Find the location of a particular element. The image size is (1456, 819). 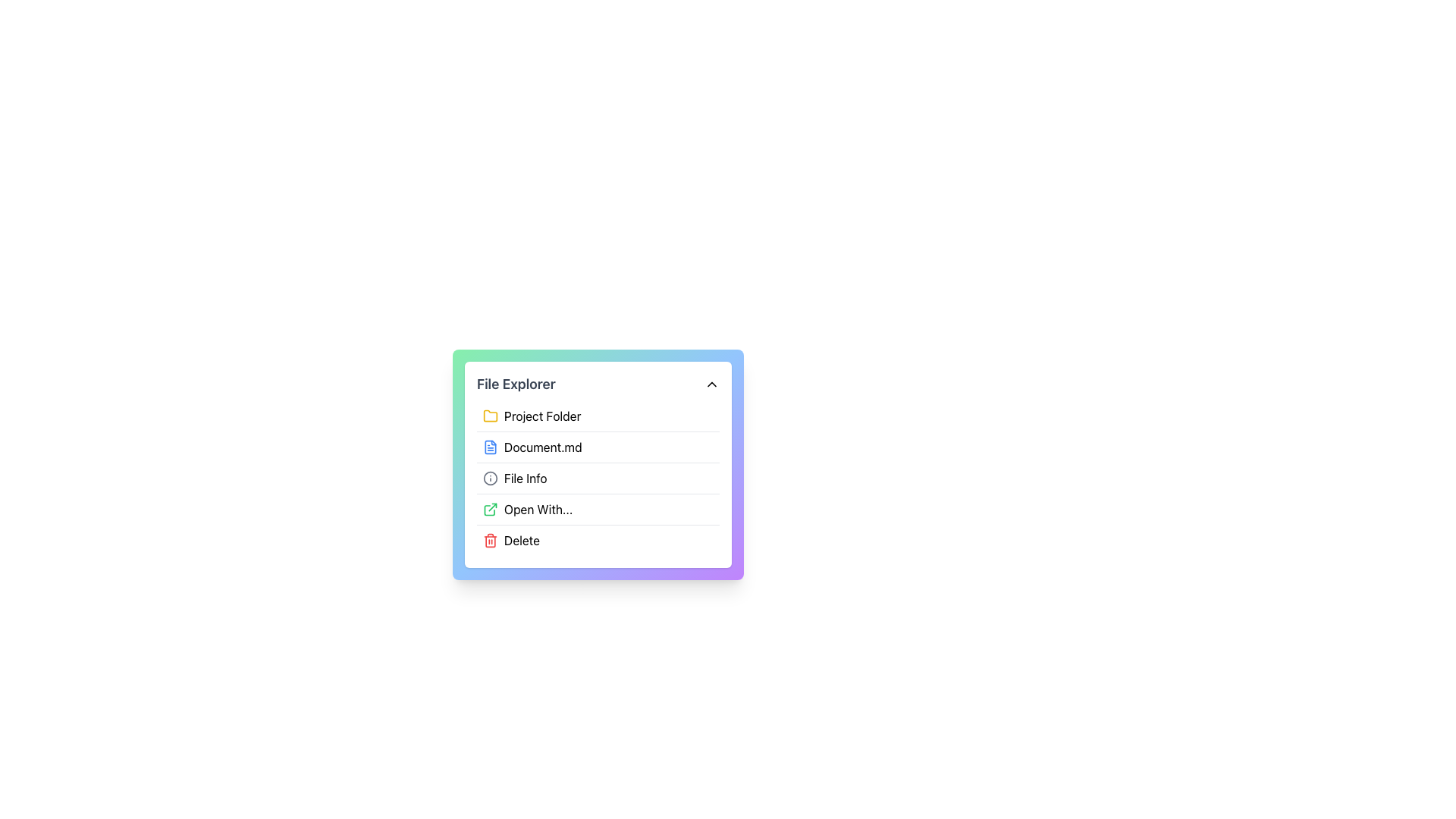

the 'Project Folder' text label is located at coordinates (542, 416).